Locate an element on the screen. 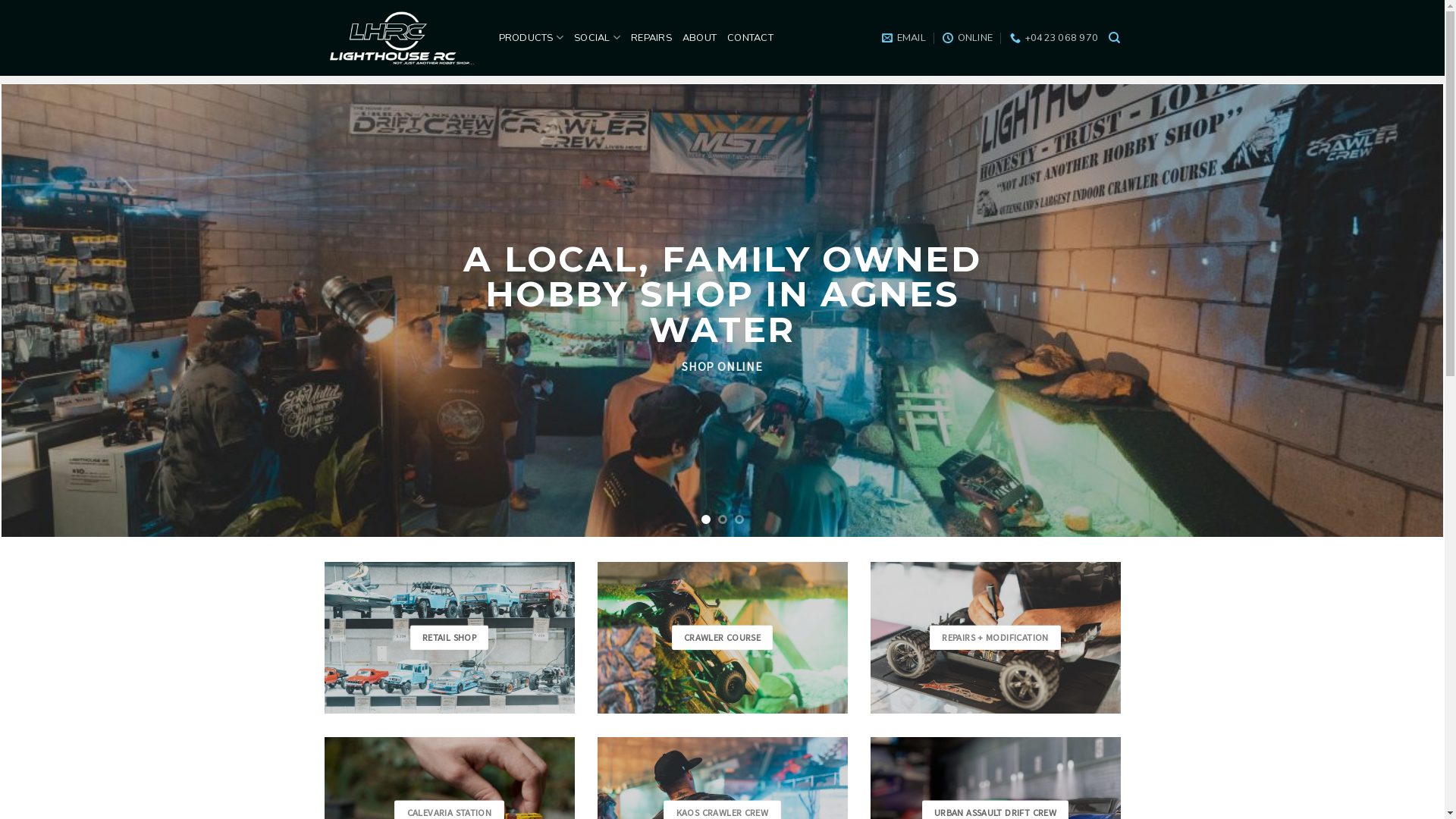 The image size is (1456, 819). 'EMAIL' is located at coordinates (903, 37).